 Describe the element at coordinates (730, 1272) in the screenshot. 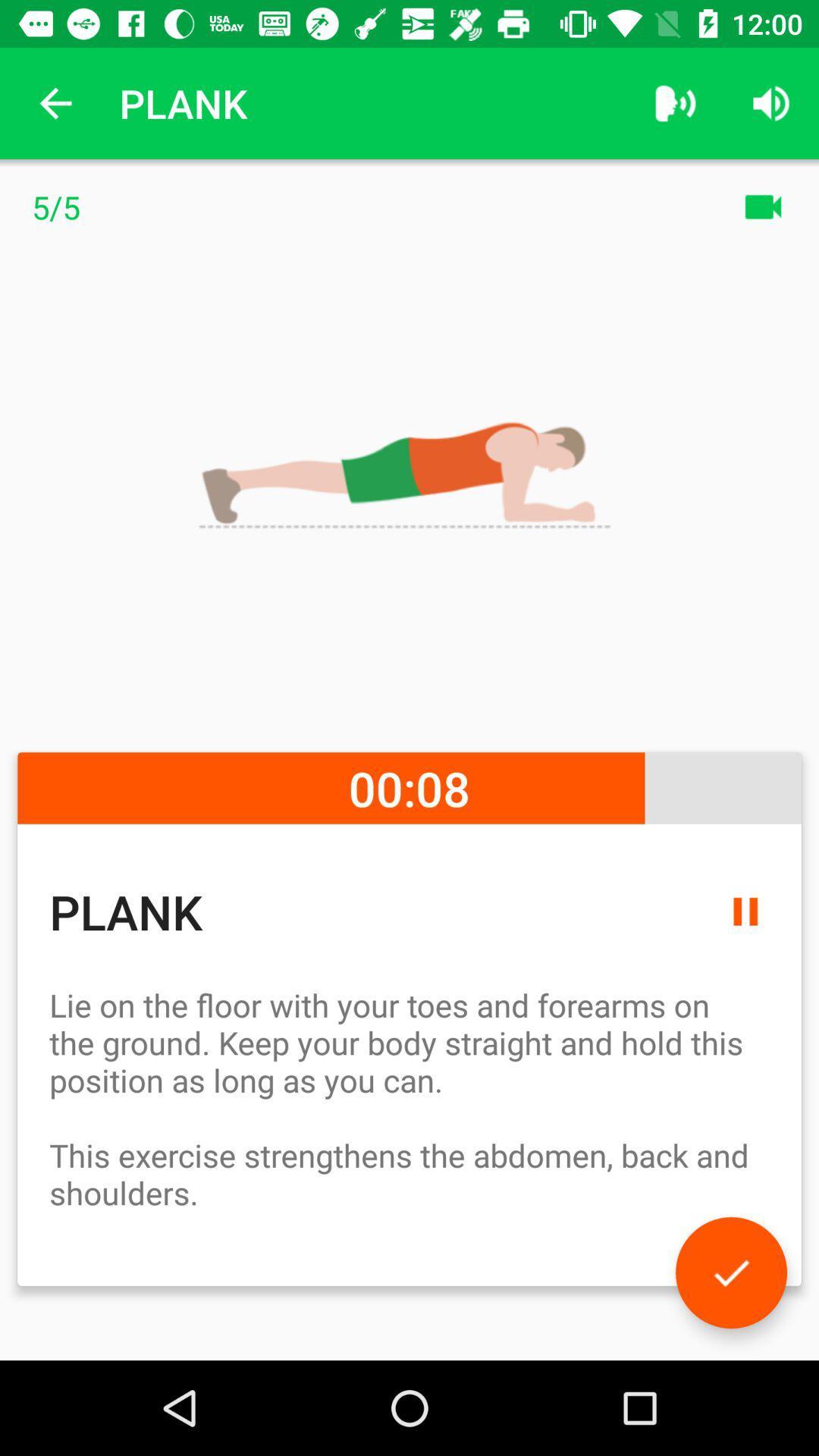

I see `accept the task` at that location.